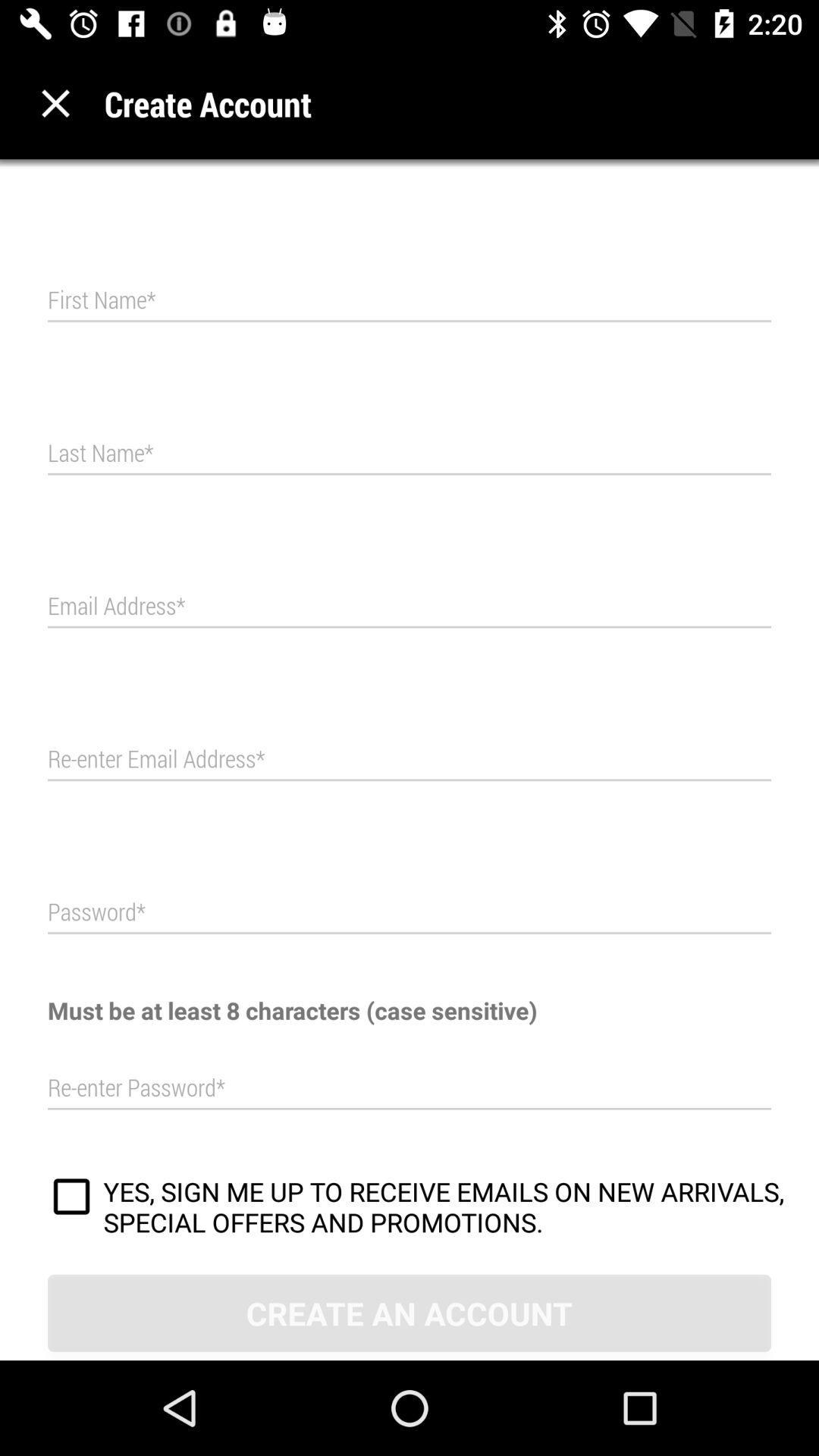 The image size is (819, 1456). What do you see at coordinates (409, 912) in the screenshot?
I see `text box` at bounding box center [409, 912].